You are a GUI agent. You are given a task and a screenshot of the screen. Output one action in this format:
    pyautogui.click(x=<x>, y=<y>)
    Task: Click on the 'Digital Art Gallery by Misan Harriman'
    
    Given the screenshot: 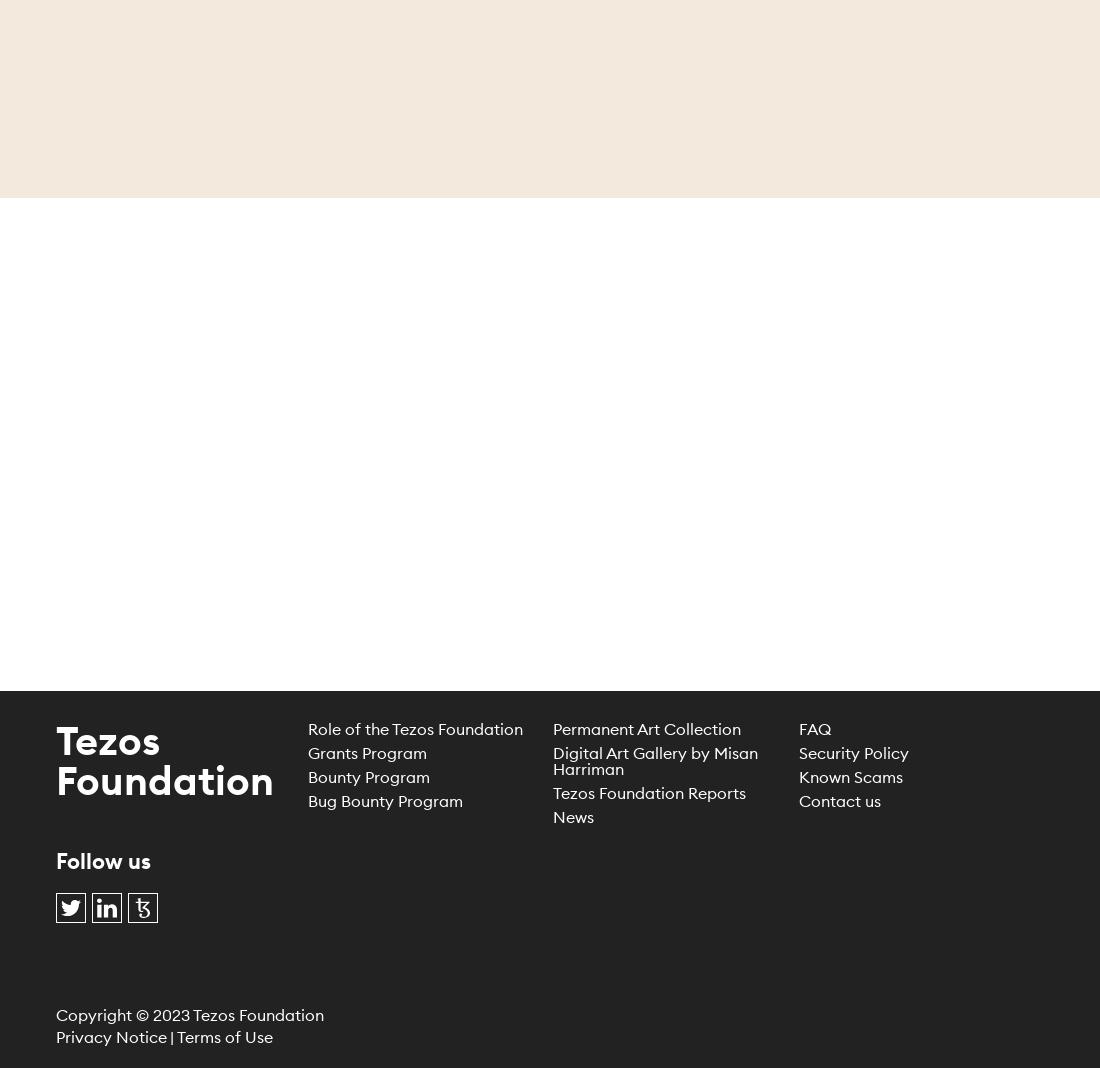 What is the action you would take?
    pyautogui.click(x=551, y=759)
    